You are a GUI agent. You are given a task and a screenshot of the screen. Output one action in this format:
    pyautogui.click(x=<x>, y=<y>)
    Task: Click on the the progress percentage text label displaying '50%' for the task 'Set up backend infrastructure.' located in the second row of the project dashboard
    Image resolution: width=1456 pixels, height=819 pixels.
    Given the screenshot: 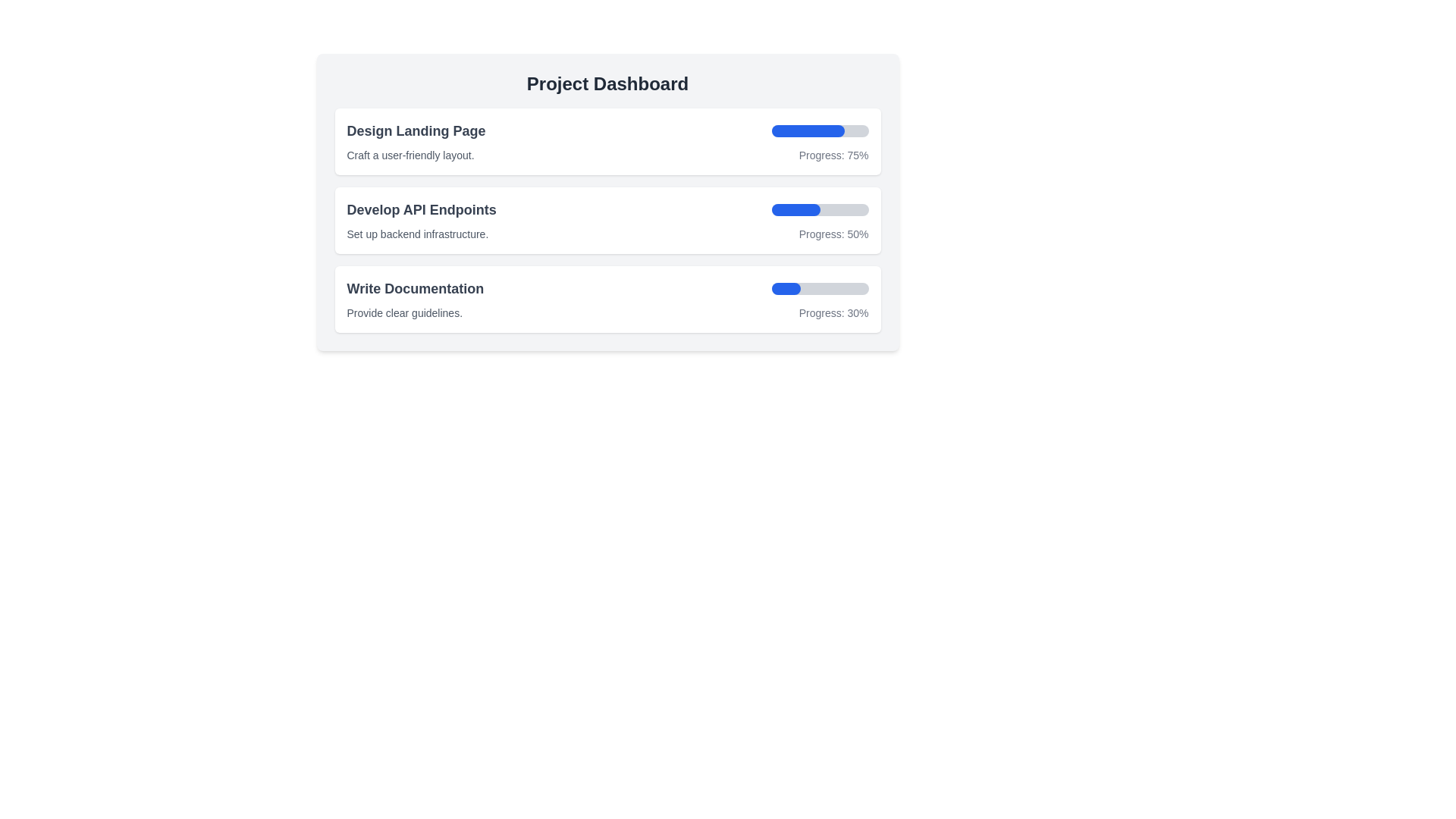 What is the action you would take?
    pyautogui.click(x=833, y=234)
    